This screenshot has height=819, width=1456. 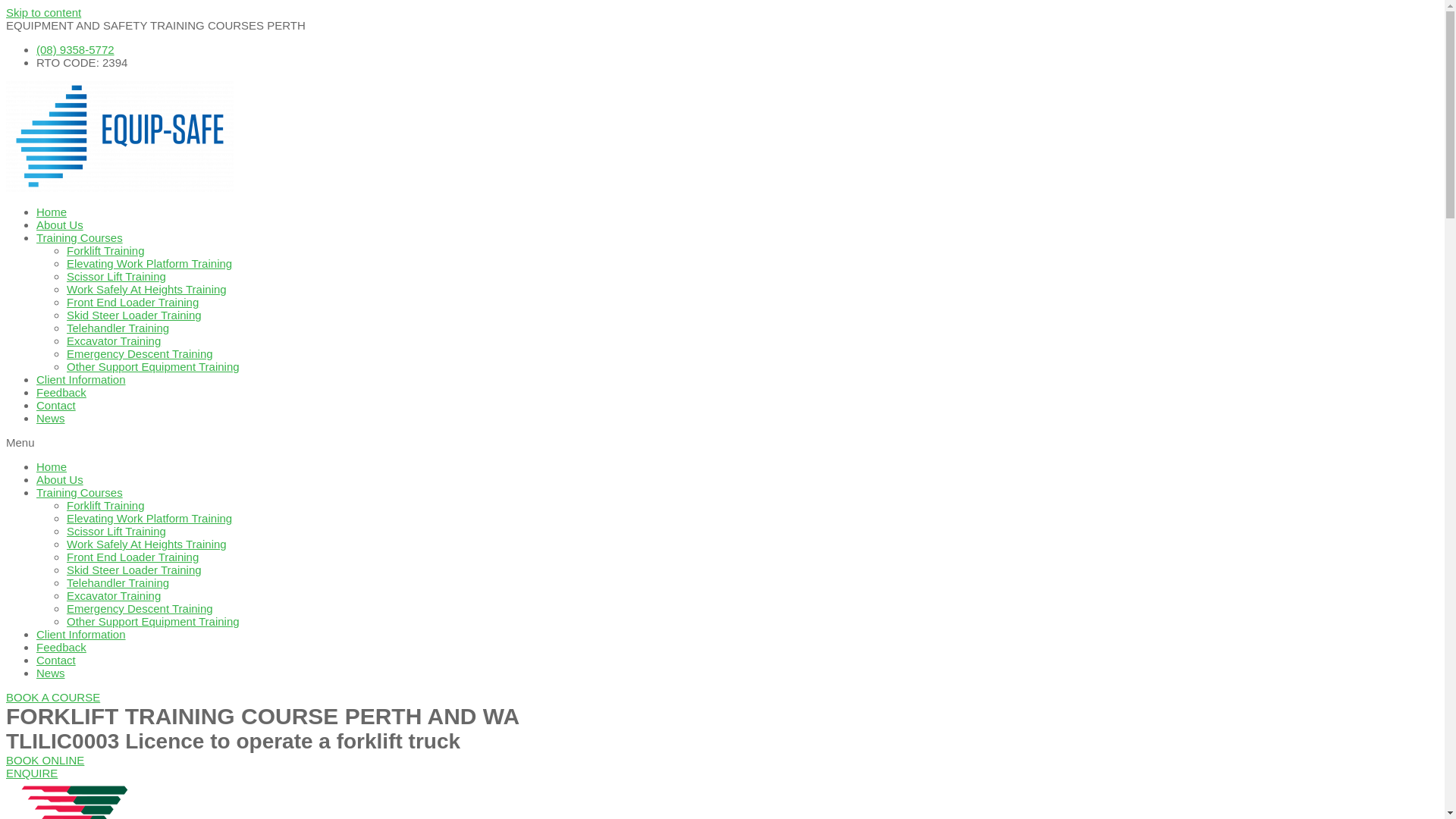 What do you see at coordinates (80, 378) in the screenshot?
I see `'Client Information'` at bounding box center [80, 378].